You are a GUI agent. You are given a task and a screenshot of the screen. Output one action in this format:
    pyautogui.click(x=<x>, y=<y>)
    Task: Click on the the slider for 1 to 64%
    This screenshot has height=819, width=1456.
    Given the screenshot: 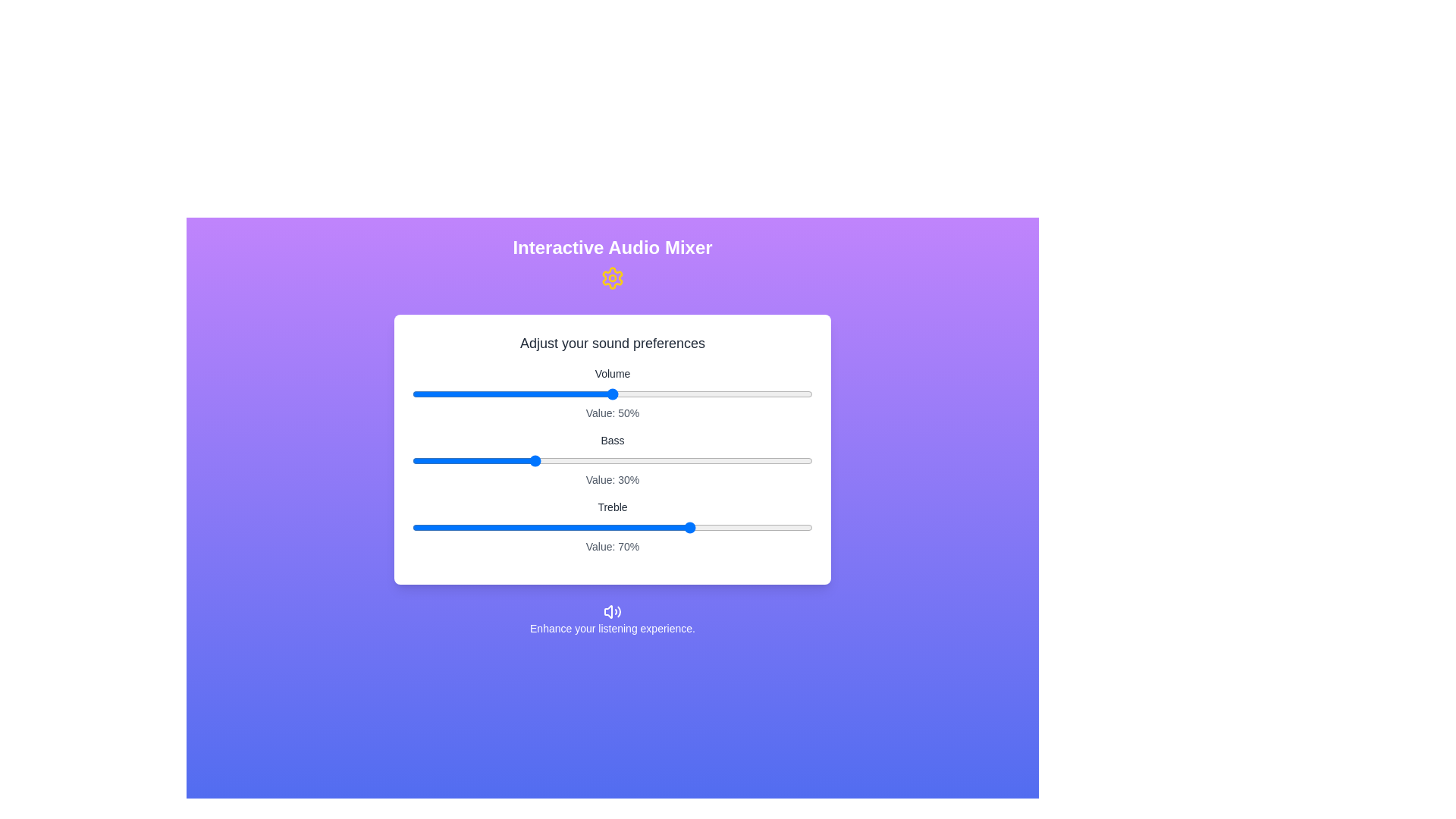 What is the action you would take?
    pyautogui.click(x=667, y=460)
    